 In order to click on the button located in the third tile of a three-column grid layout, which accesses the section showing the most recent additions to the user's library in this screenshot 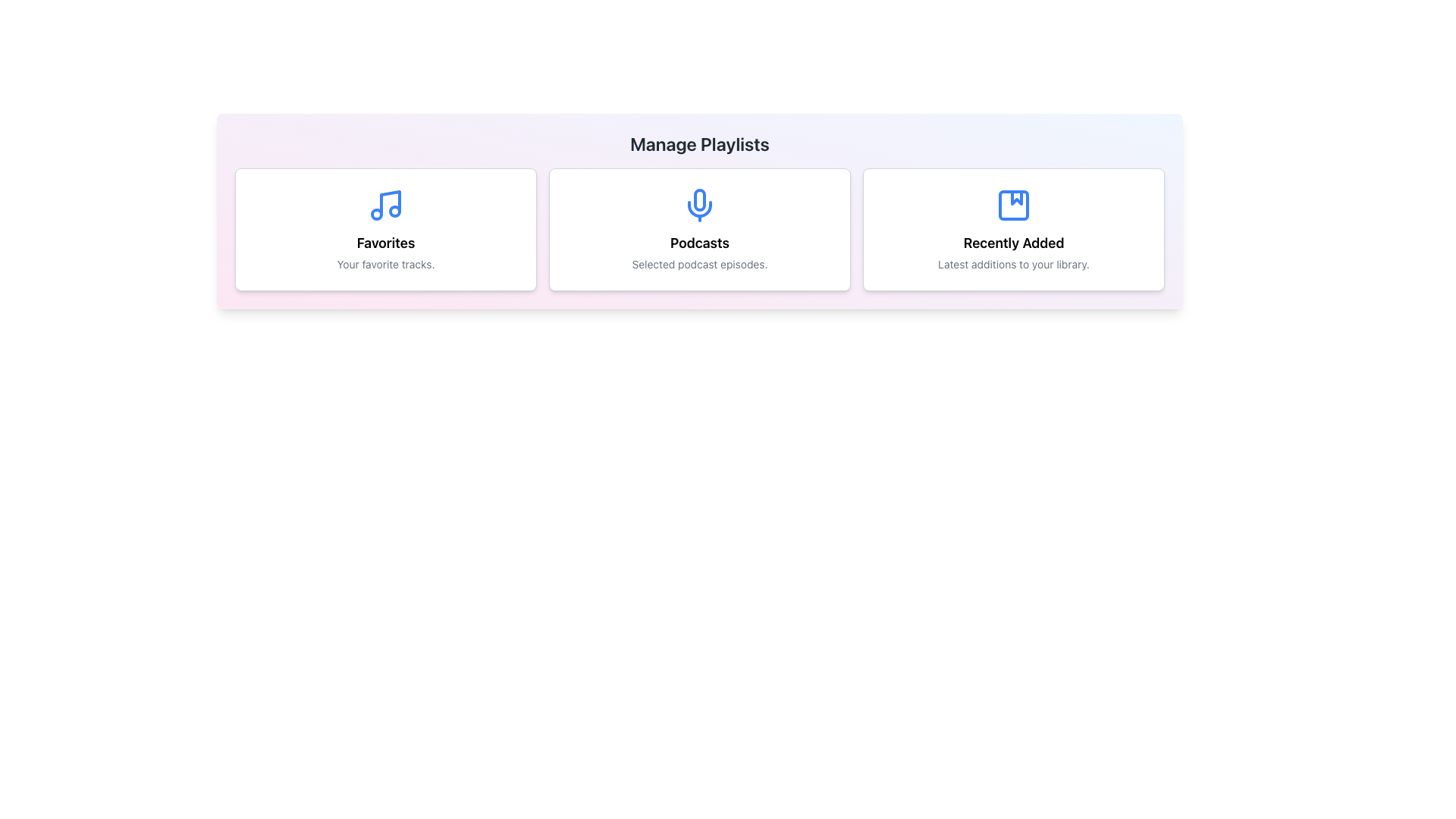, I will do `click(1014, 230)`.